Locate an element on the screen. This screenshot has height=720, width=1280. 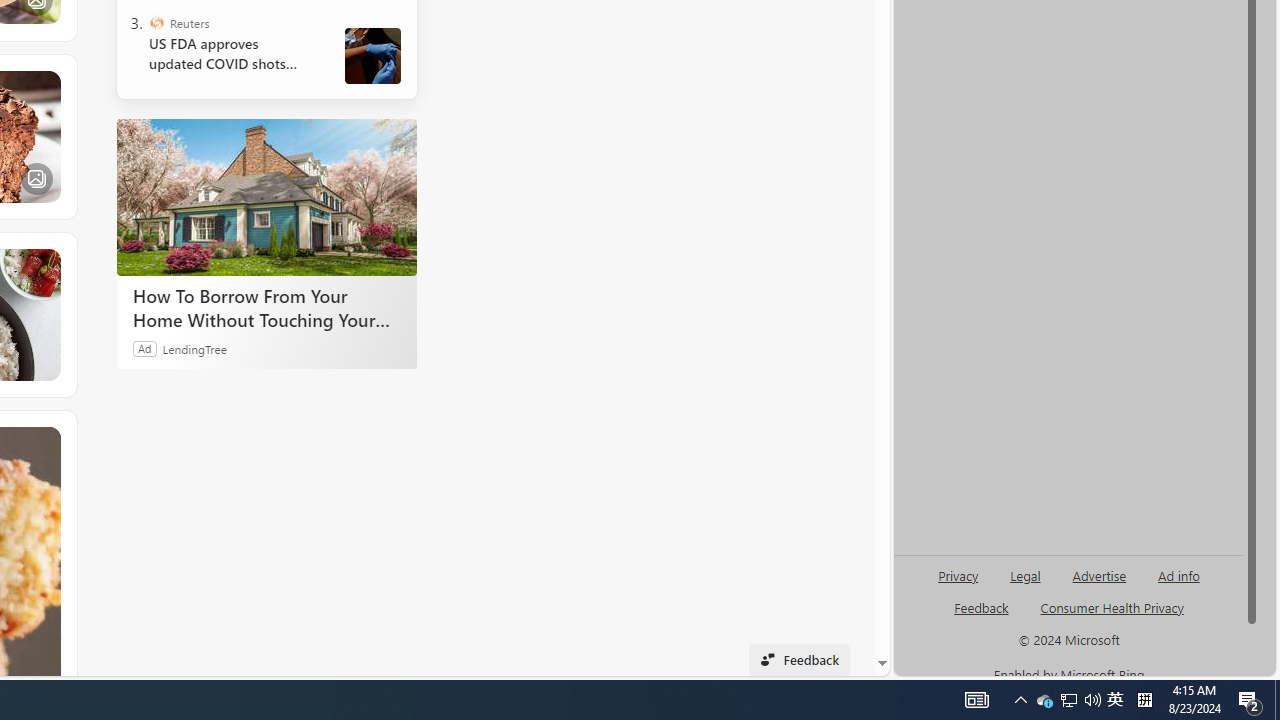
'US FDA approves updated COVID shots ahead of fall and winter' is located at coordinates (231, 53).